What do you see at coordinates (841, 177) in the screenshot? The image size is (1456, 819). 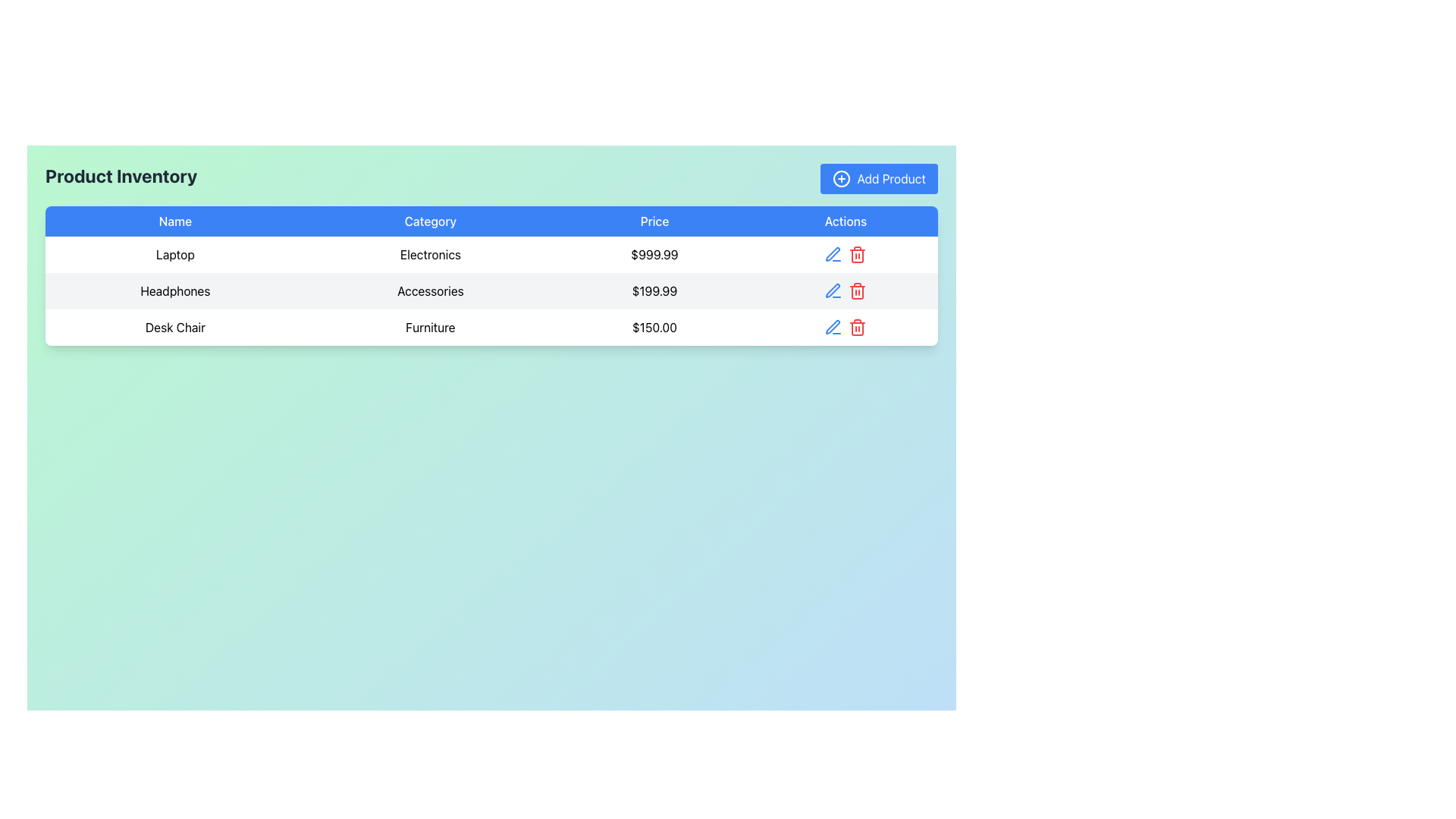 I see `navigation to the 'Add Product' button by targeting the central SVG circle element within it, located at the top-right corner of the interface` at bounding box center [841, 177].